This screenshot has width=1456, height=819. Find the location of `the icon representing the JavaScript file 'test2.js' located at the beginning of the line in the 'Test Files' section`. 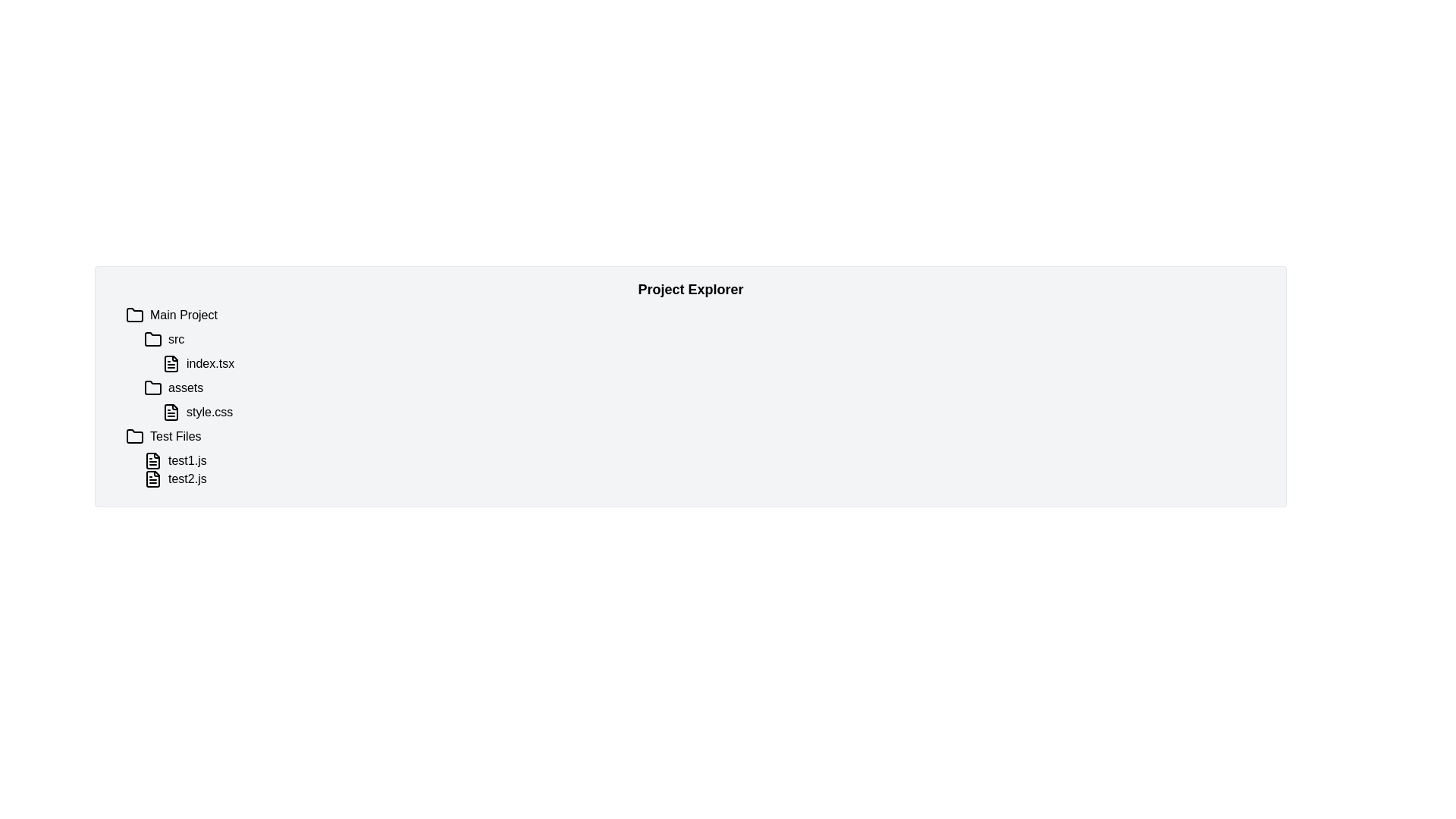

the icon representing the JavaScript file 'test2.js' located at the beginning of the line in the 'Test Files' section is located at coordinates (152, 479).